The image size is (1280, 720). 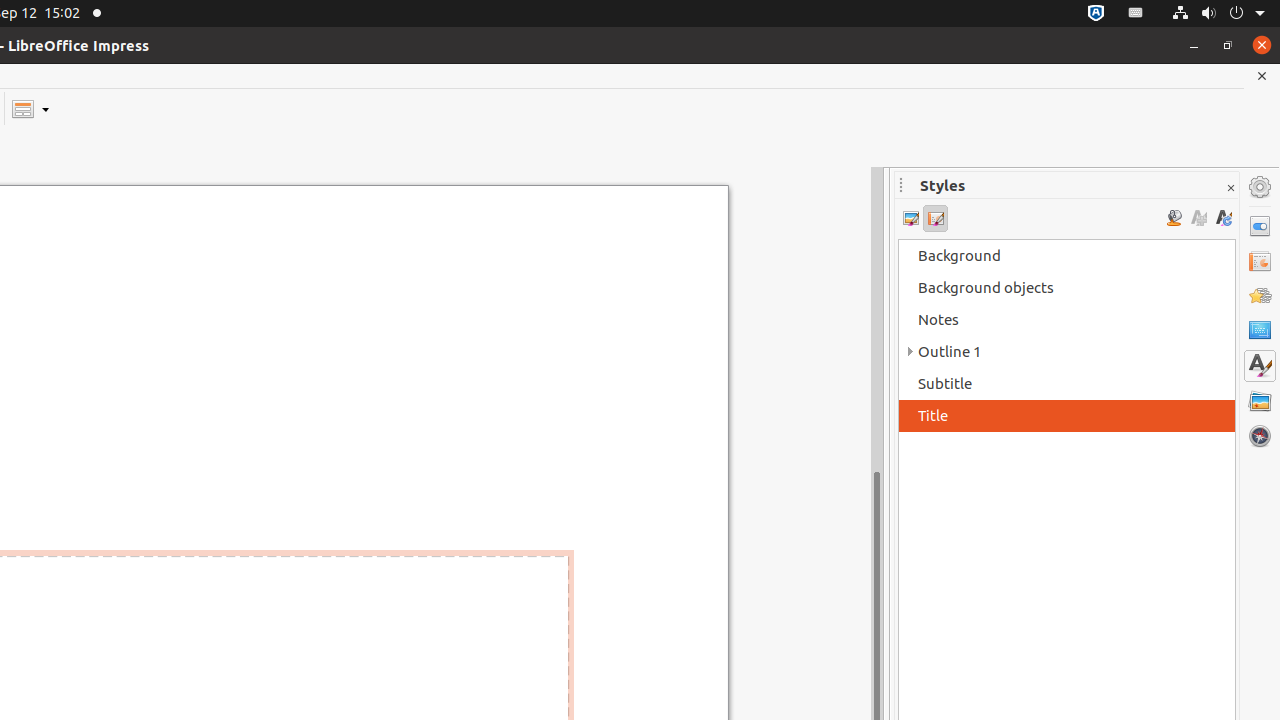 I want to click on 'Close Sidebar Deck', so click(x=1229, y=188).